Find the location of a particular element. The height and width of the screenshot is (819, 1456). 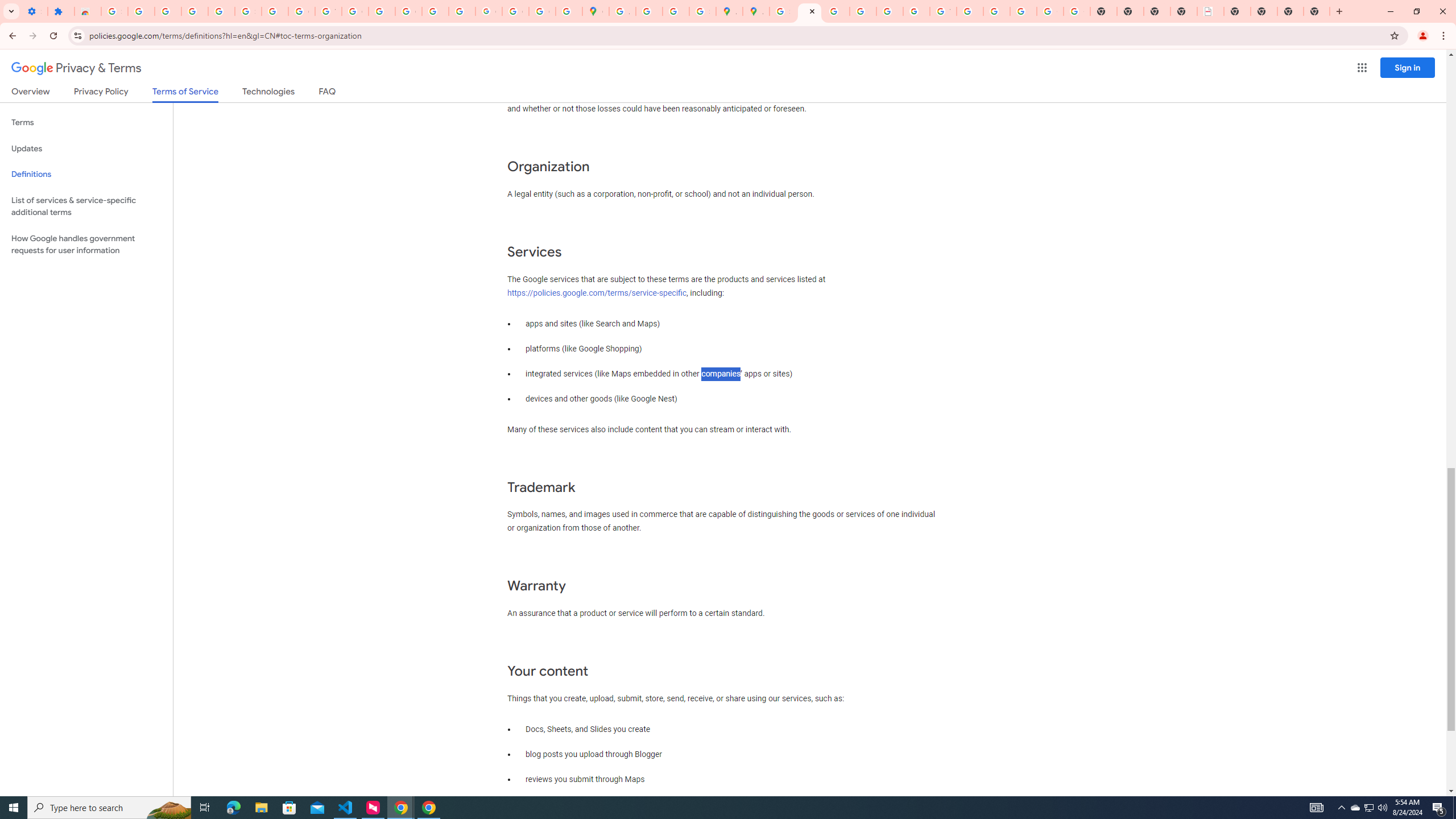

'https://policies.google.com/terms/service-specific' is located at coordinates (596, 292).